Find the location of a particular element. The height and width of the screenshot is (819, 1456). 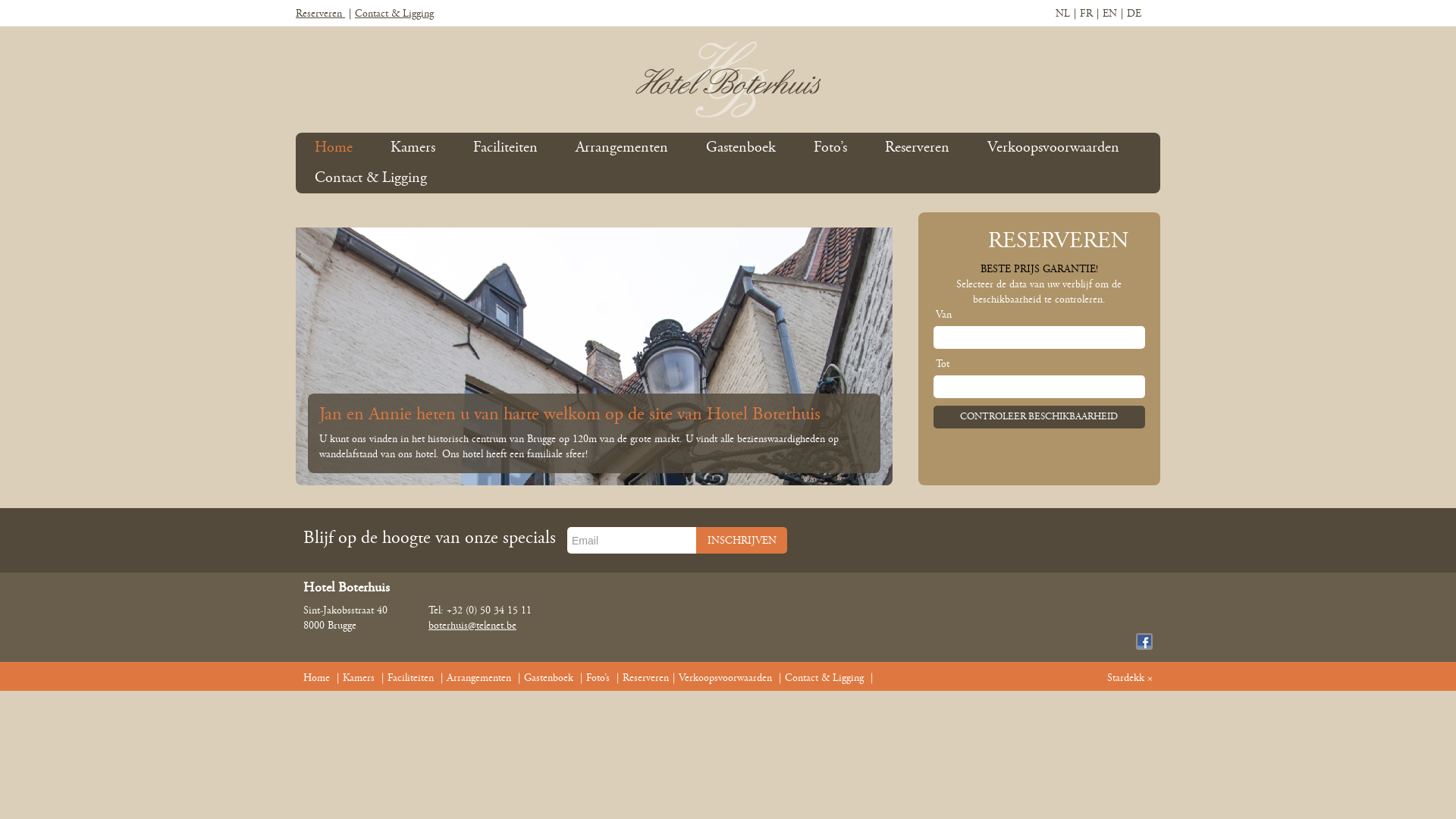

'boterhuis@telenet.be' is located at coordinates (472, 626).